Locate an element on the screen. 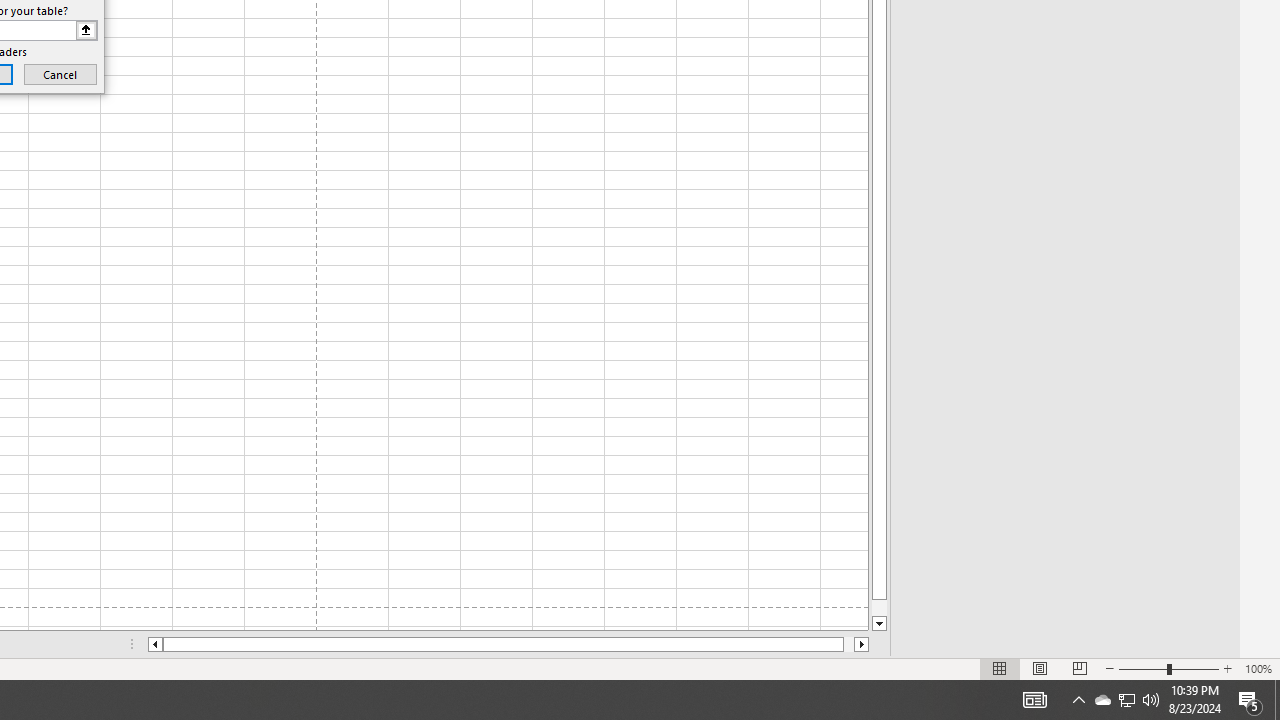 The width and height of the screenshot is (1280, 720). 'Zoom Out' is located at coordinates (1143, 669).